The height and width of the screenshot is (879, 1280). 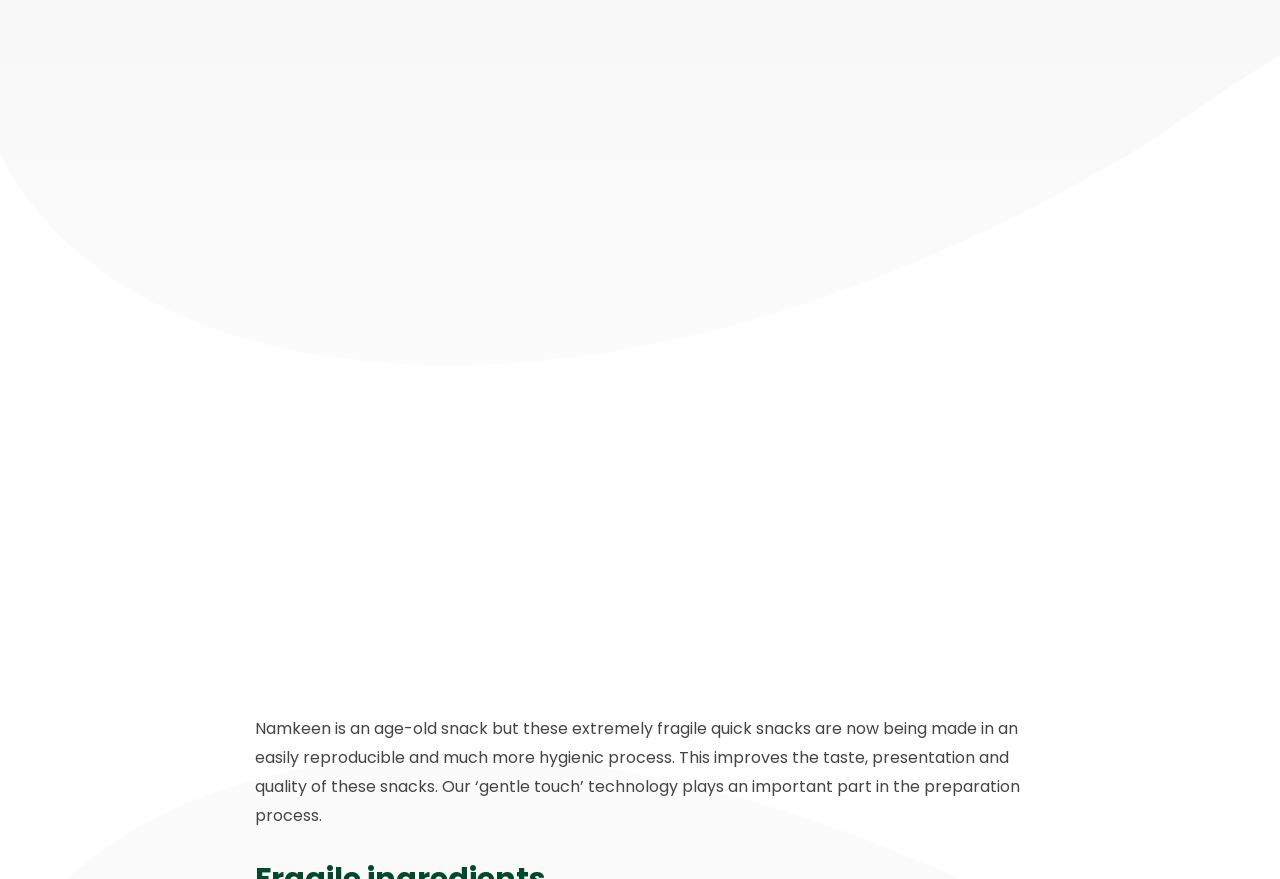 I want to click on '3316 GS Dordrecht', so click(x=393, y=721).